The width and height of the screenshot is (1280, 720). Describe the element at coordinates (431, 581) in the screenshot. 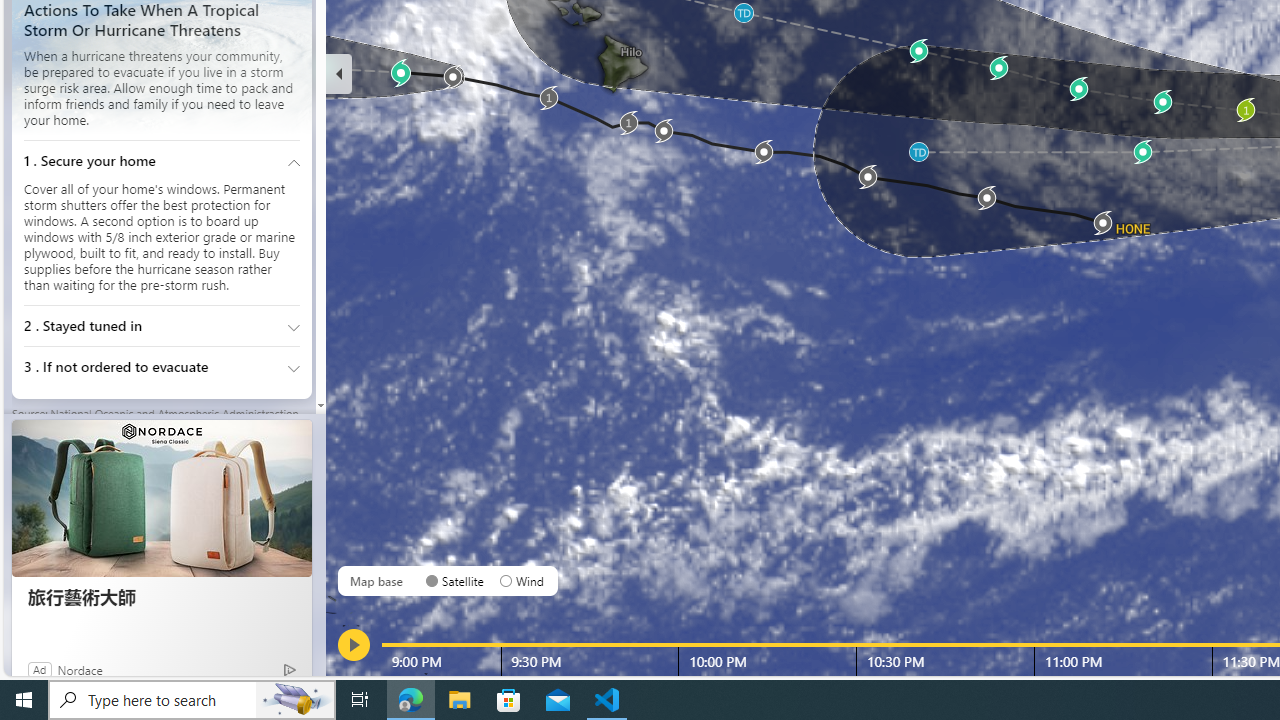

I see `'AutomationID: radioButton-DS-EntryPoint1-1-layer-subtype-0-0'` at that location.